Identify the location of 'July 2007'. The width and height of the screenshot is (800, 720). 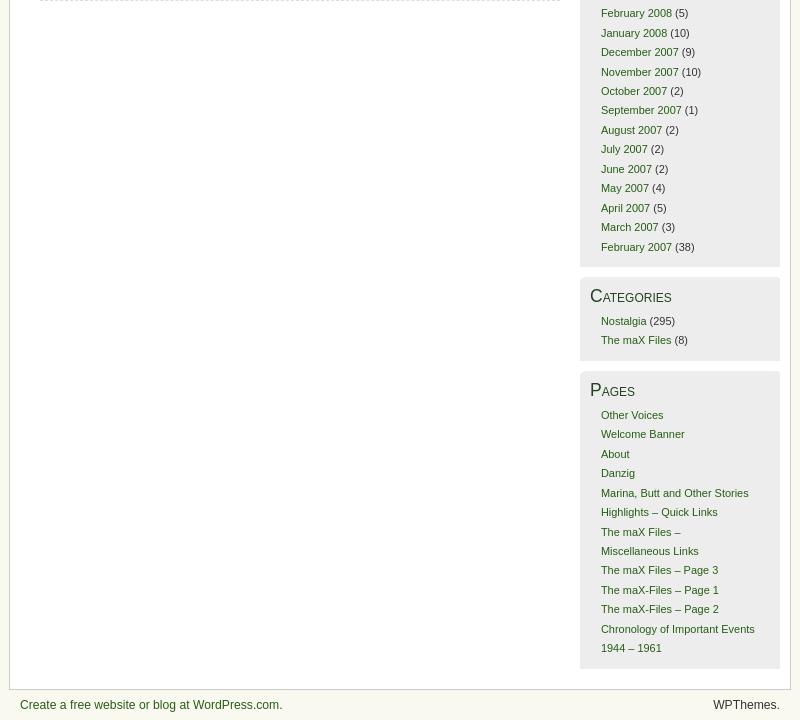
(623, 147).